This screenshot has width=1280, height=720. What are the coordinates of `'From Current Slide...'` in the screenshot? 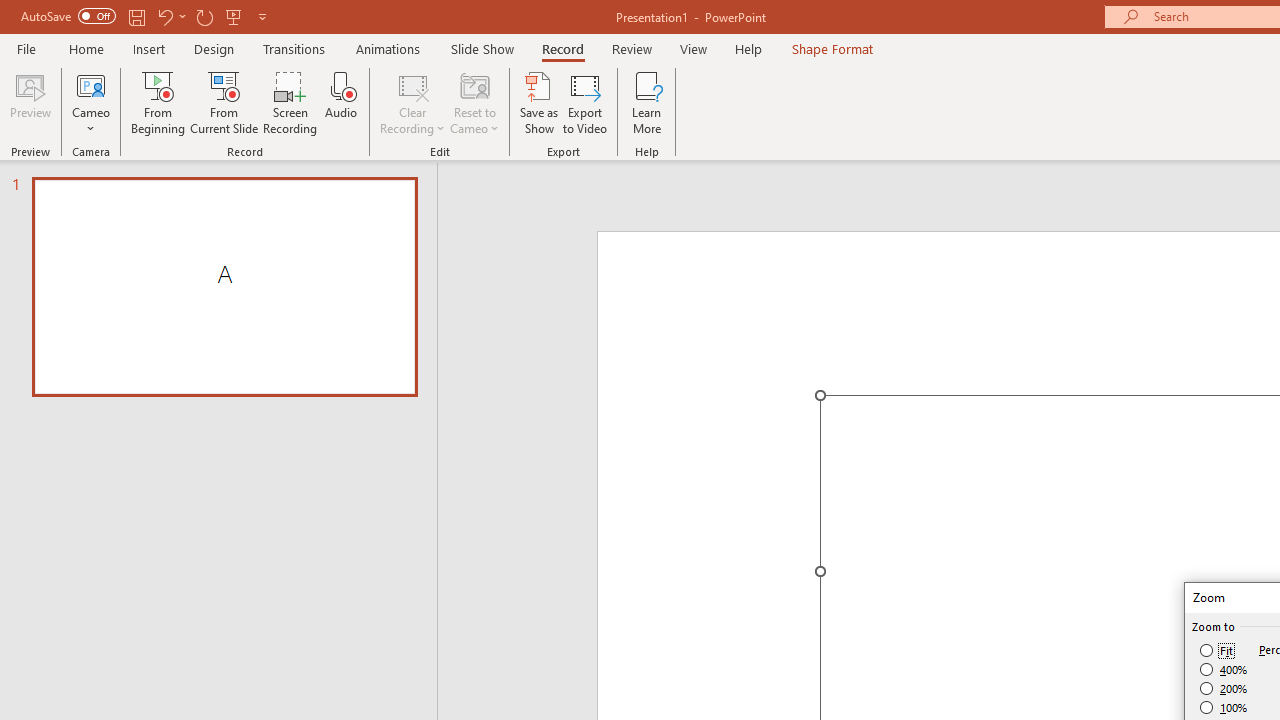 It's located at (224, 103).